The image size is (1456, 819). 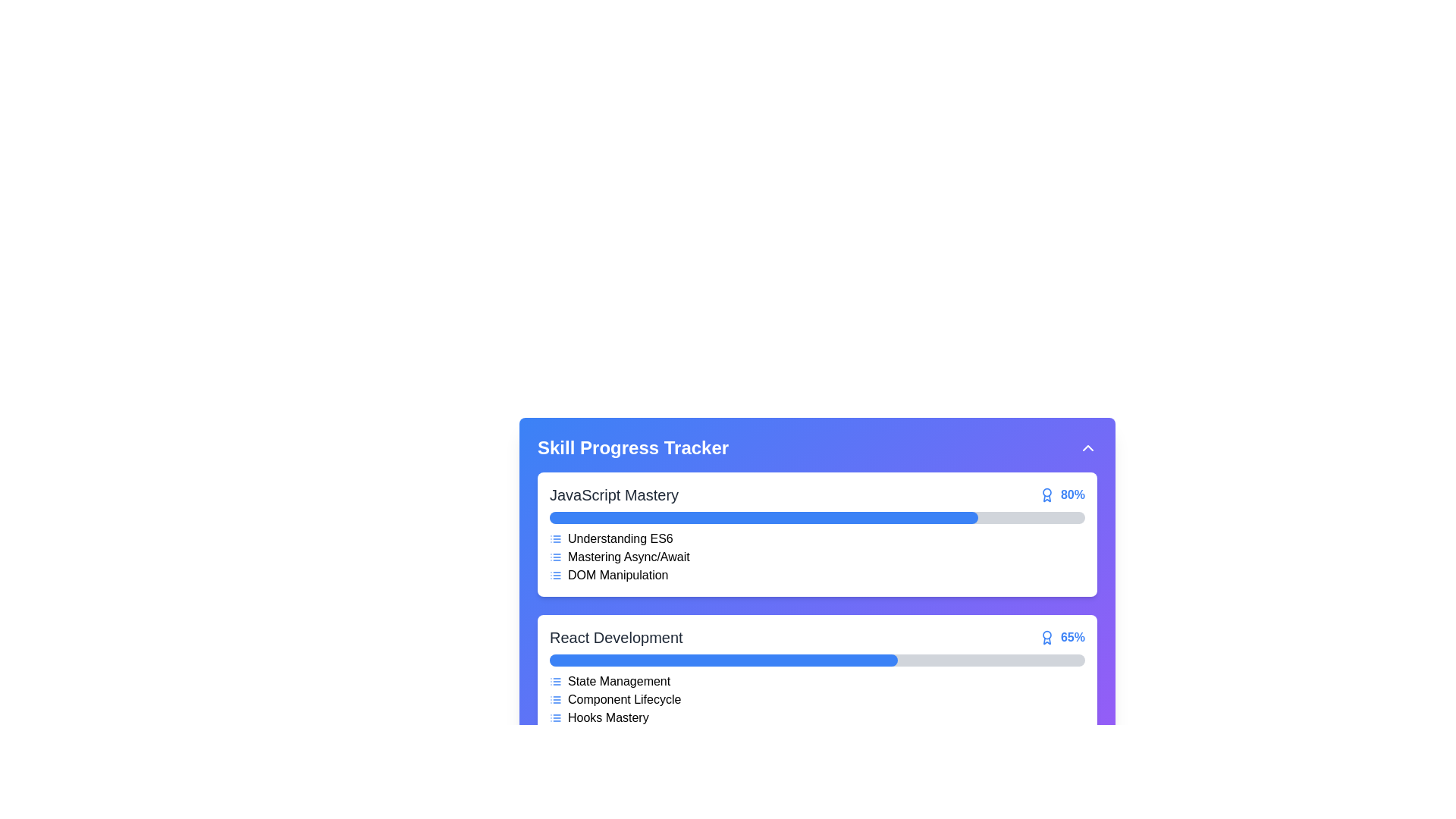 What do you see at coordinates (723, 660) in the screenshot?
I see `the filled portion of the progress bar segment for 'React Development', which is a blue horizontal bar with rounded ends, representing 65% completion` at bounding box center [723, 660].